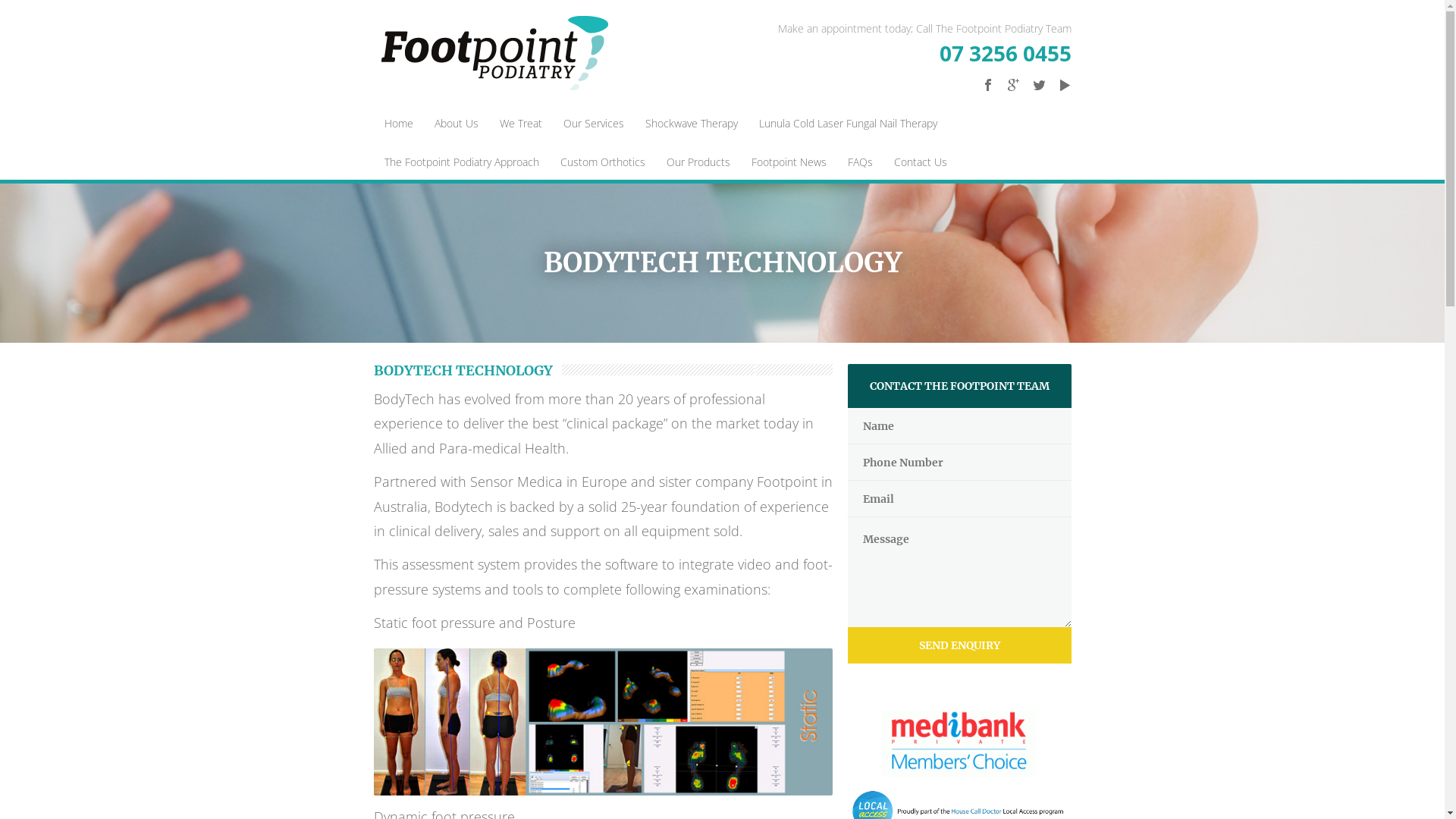  What do you see at coordinates (959, 645) in the screenshot?
I see `'SEND ENQUIRY'` at bounding box center [959, 645].